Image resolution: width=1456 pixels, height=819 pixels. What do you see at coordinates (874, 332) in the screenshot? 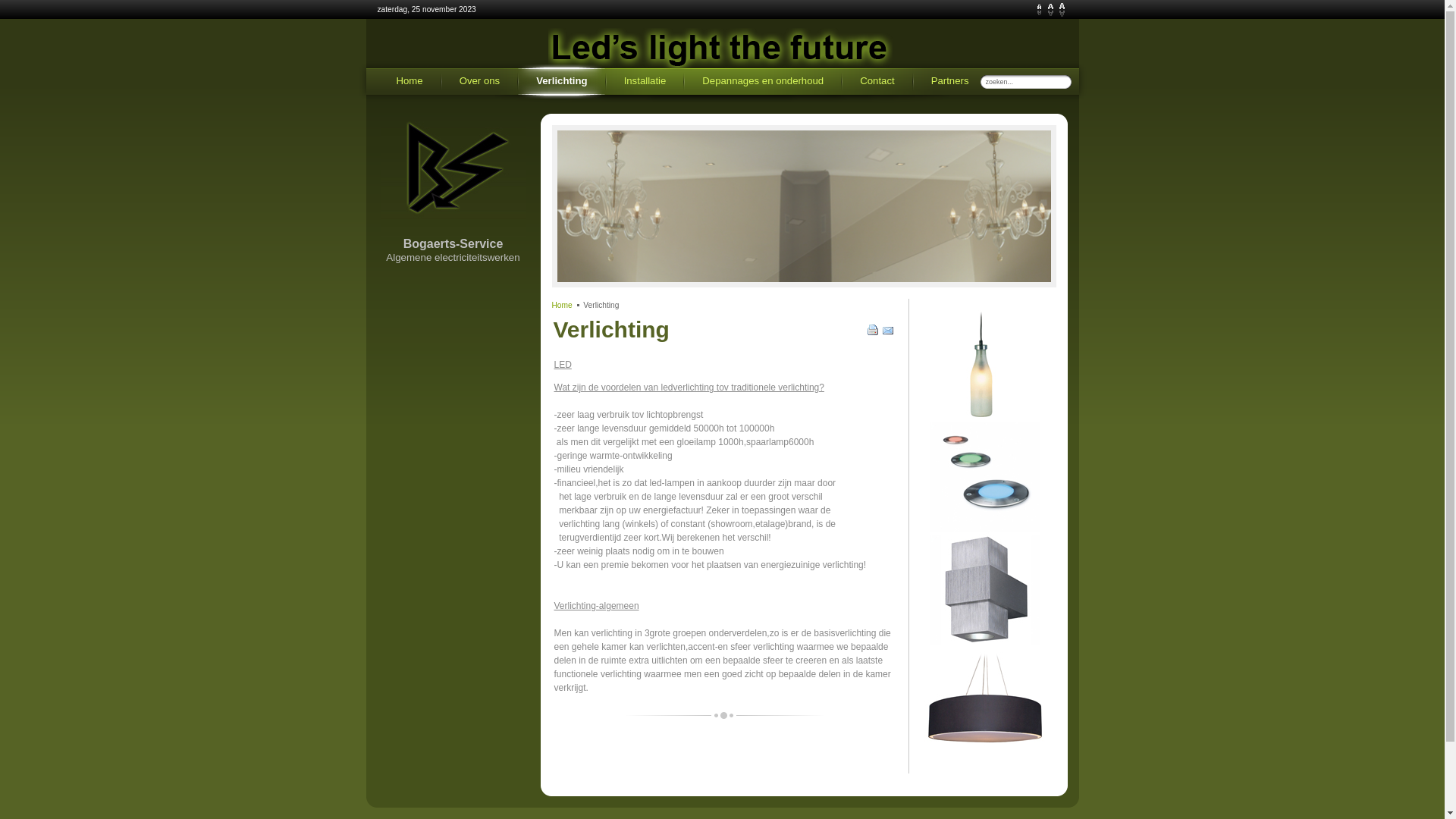
I see `'Afdrukken'` at bounding box center [874, 332].